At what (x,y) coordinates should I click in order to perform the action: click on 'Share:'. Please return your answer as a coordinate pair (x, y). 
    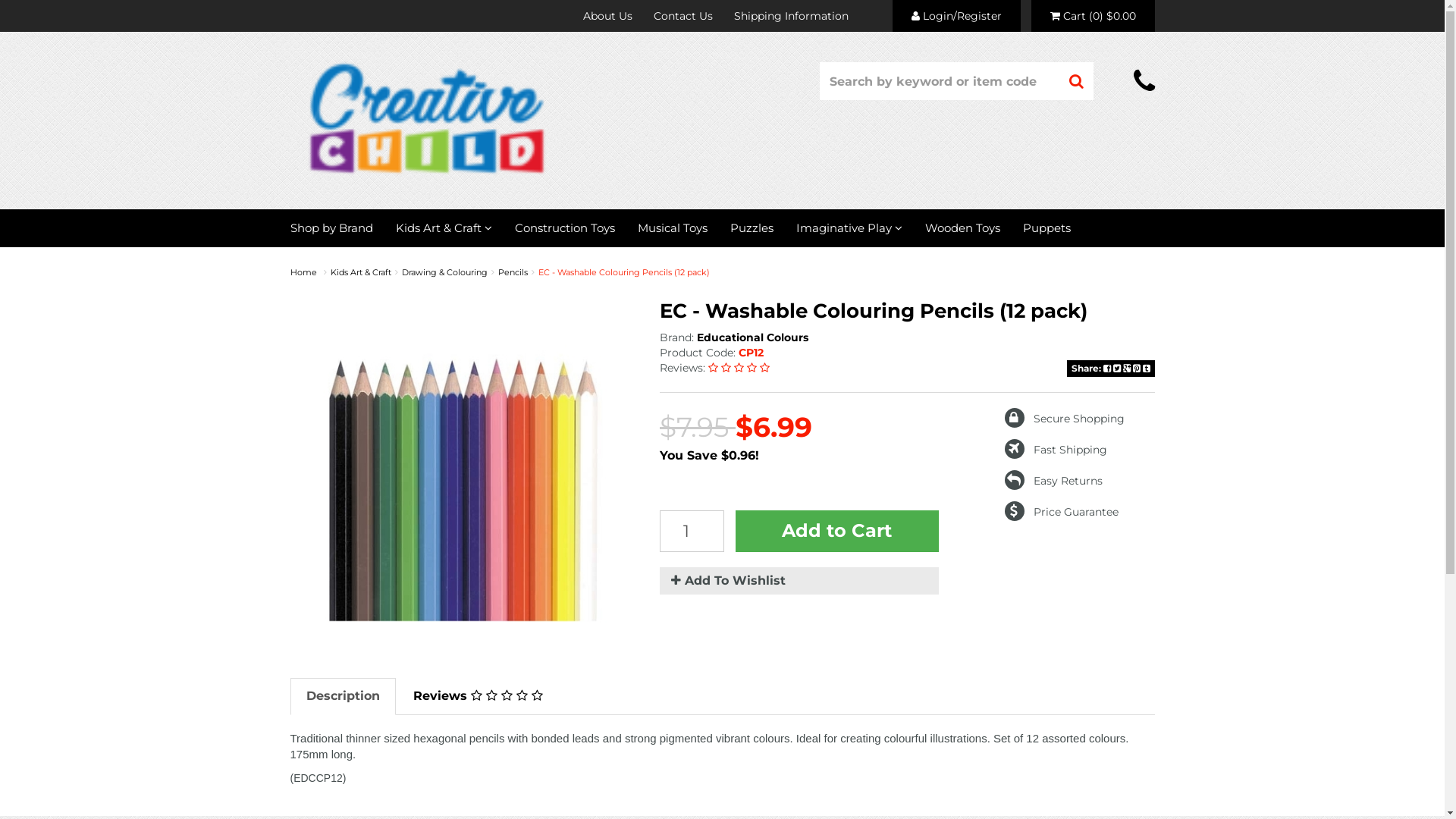
    Looking at the image, I should click on (1110, 369).